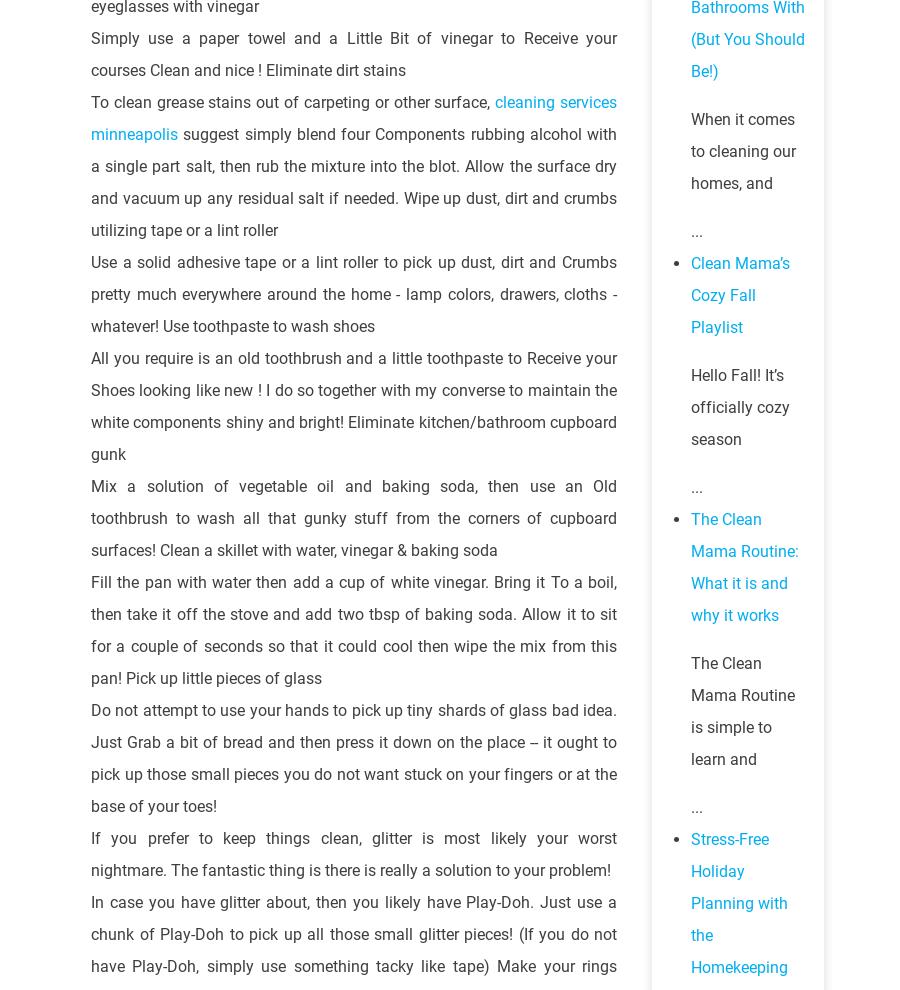 The height and width of the screenshot is (990, 900). Describe the element at coordinates (739, 406) in the screenshot. I see `'Hello Fall! It’s officially cozy season'` at that location.